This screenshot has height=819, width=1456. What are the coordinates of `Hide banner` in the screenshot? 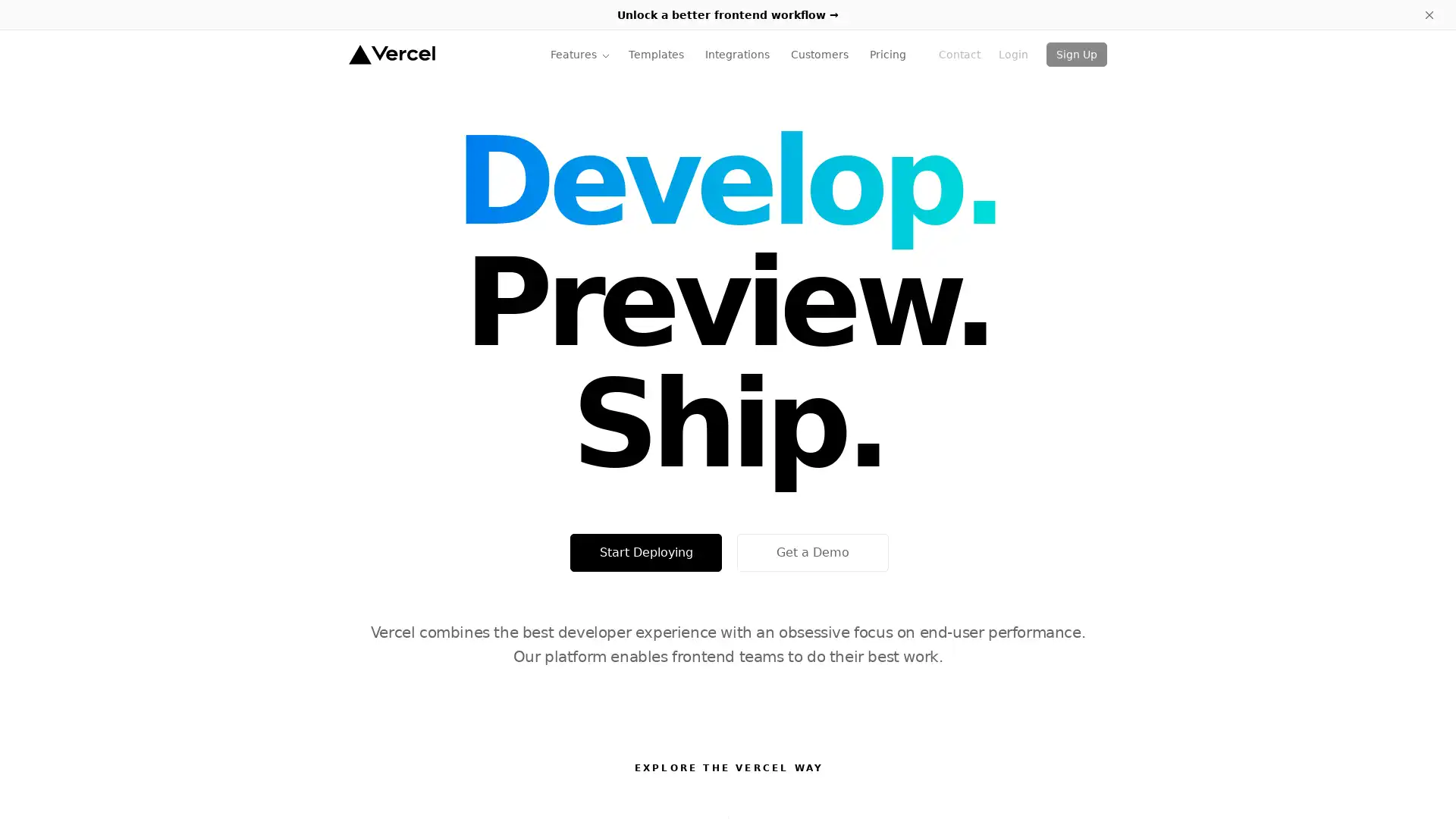 It's located at (1429, 14).